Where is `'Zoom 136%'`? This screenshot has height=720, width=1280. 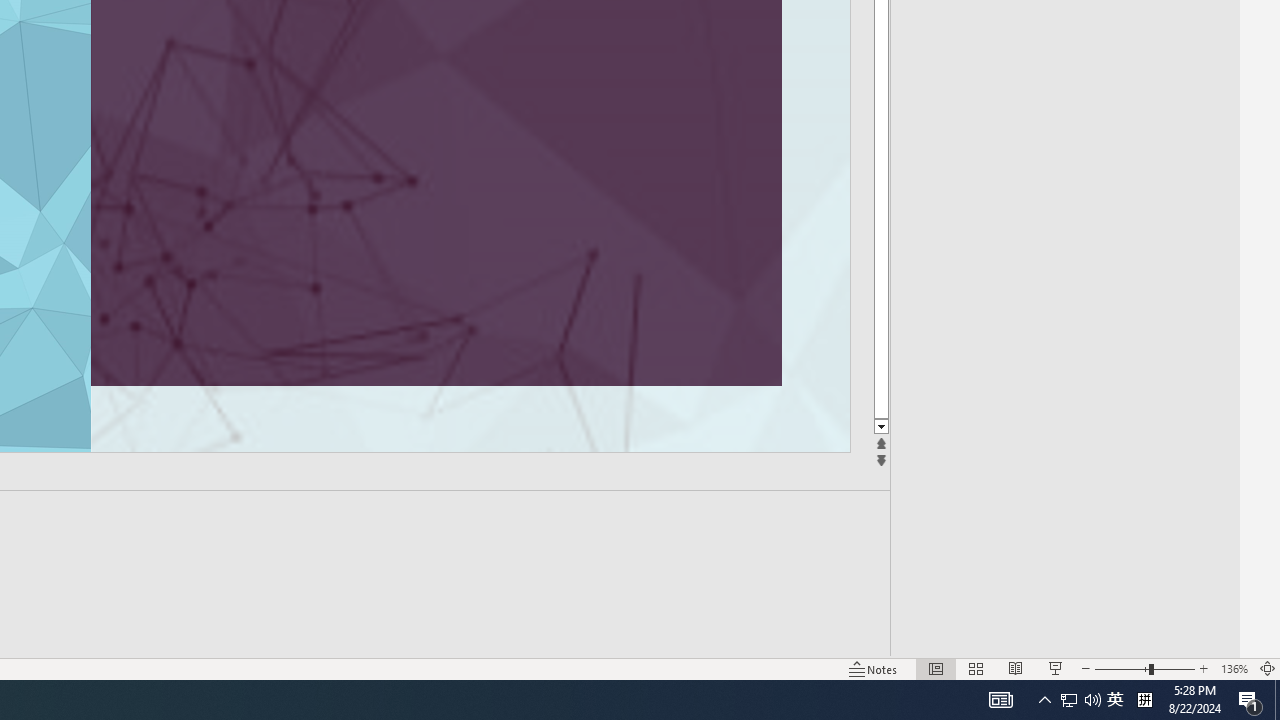
'Zoom 136%' is located at coordinates (1233, 669).